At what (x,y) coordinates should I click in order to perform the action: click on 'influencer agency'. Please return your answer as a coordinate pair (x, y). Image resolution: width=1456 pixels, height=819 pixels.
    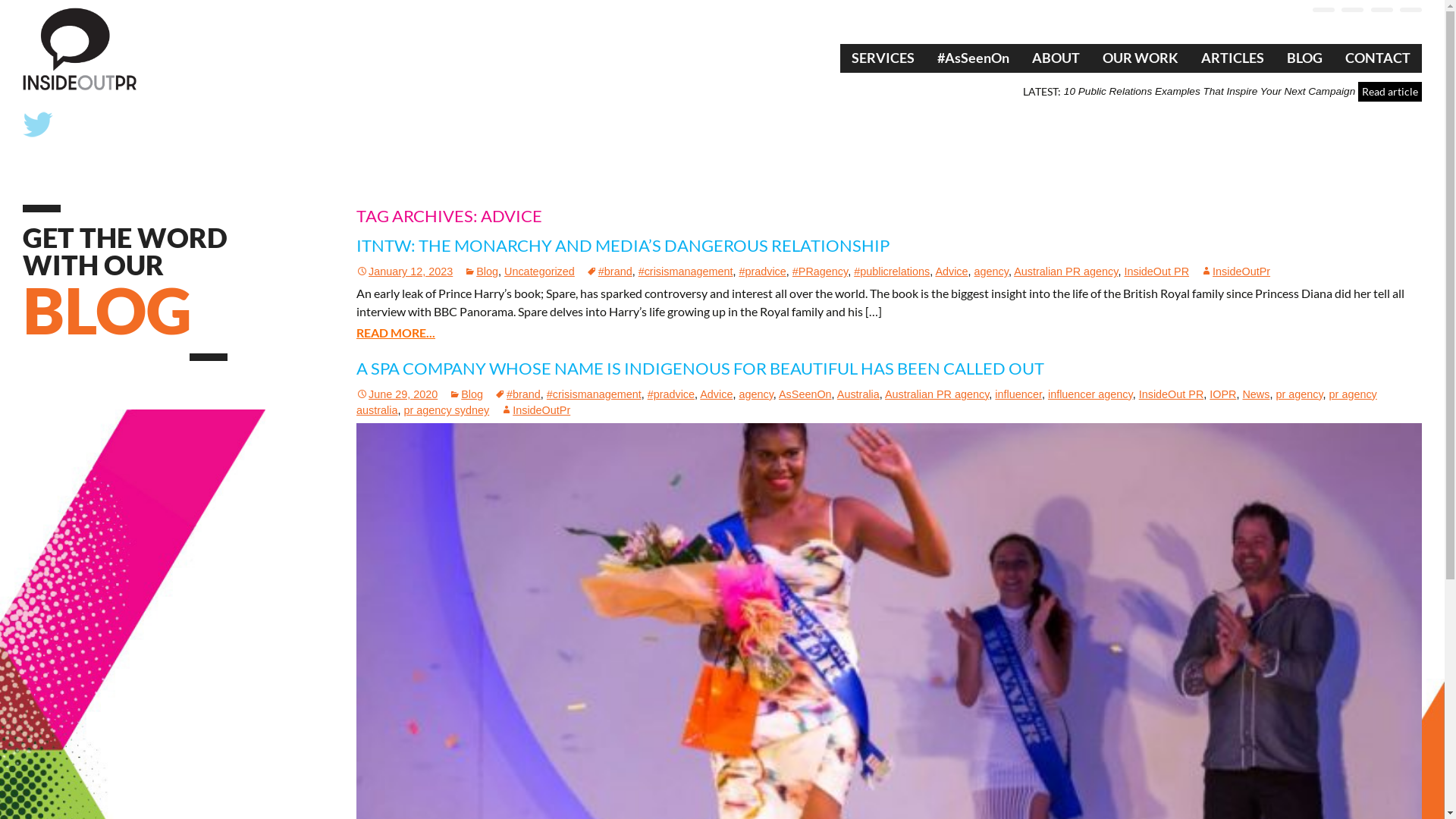
    Looking at the image, I should click on (1047, 394).